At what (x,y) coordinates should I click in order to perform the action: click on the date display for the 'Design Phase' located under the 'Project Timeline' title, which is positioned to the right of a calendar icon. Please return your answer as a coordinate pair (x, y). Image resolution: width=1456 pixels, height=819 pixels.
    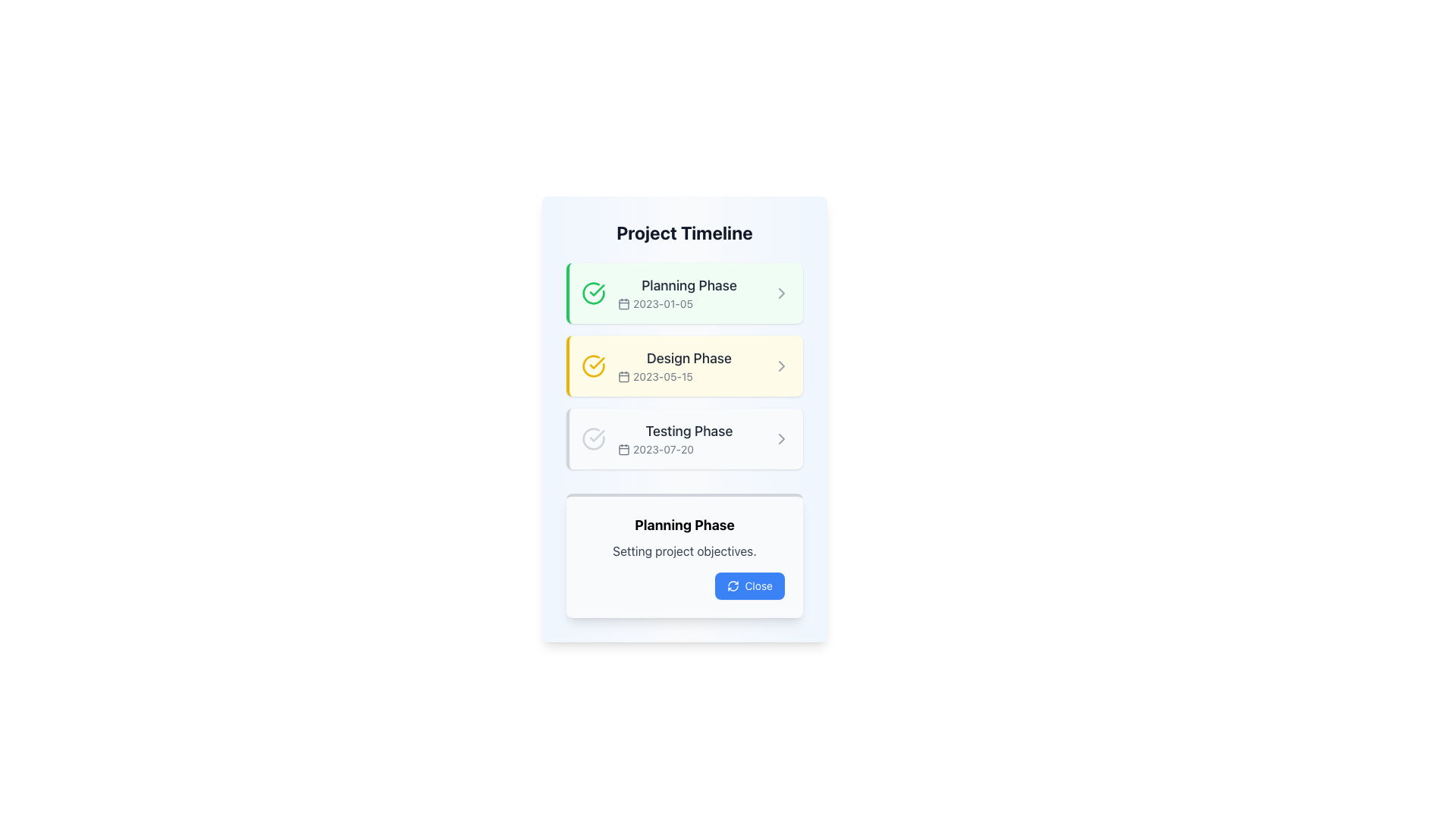
    Looking at the image, I should click on (688, 376).